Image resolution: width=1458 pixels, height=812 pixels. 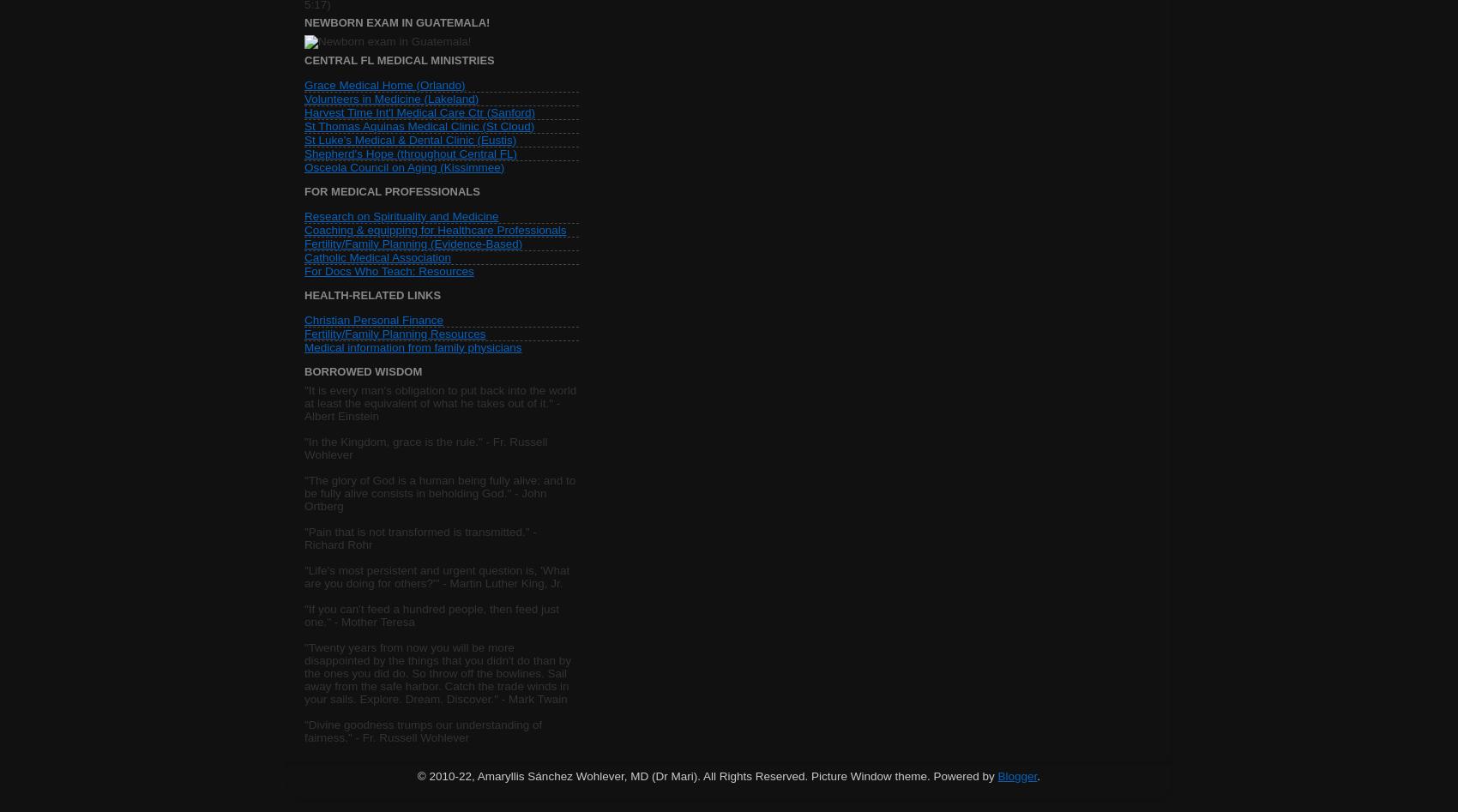 I want to click on '"The glory of God is a human being fully alive; and to be fully alive consists in beholding God." - John Ortberg', so click(x=440, y=492).